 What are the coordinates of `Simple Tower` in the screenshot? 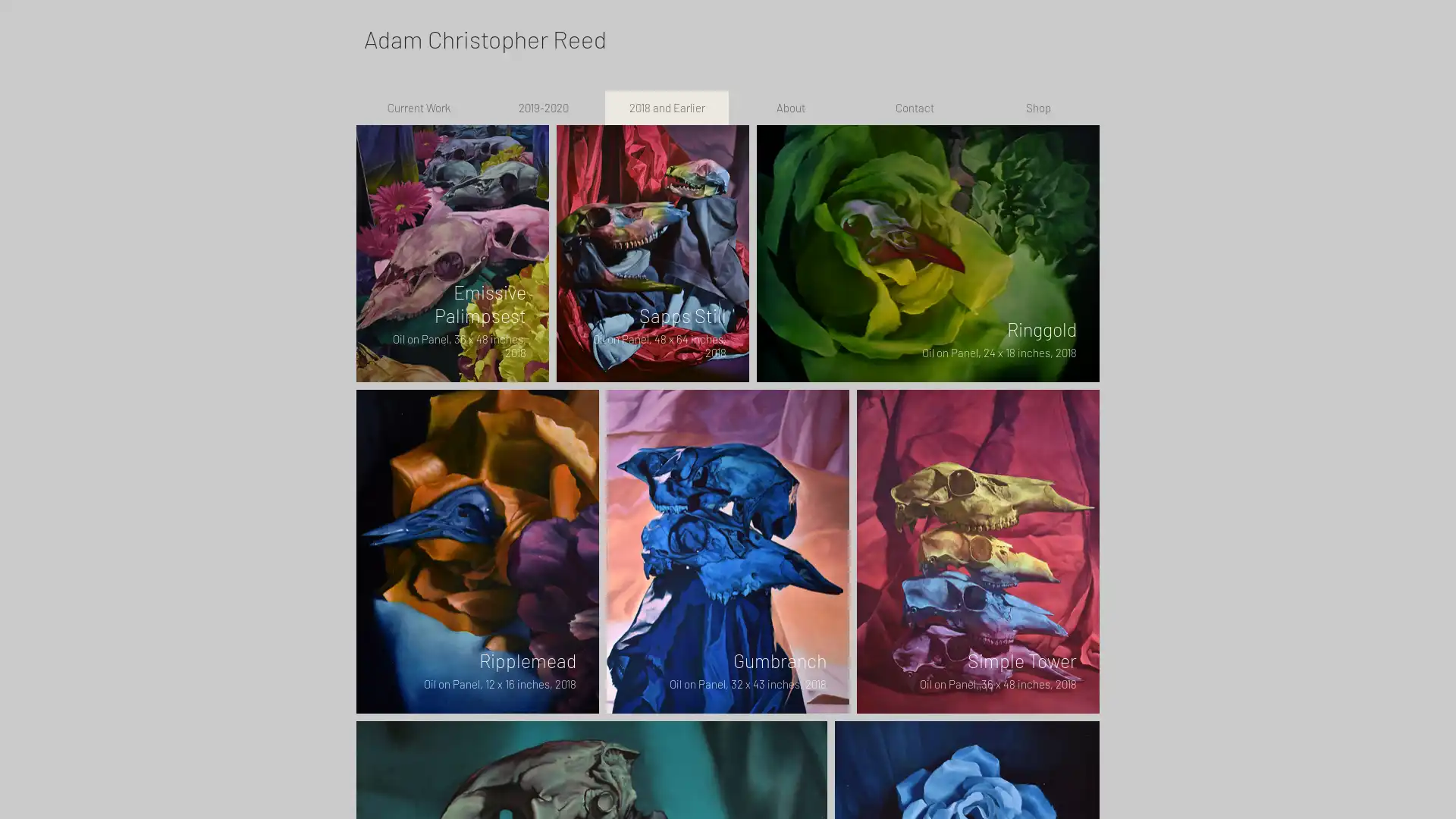 It's located at (978, 551).